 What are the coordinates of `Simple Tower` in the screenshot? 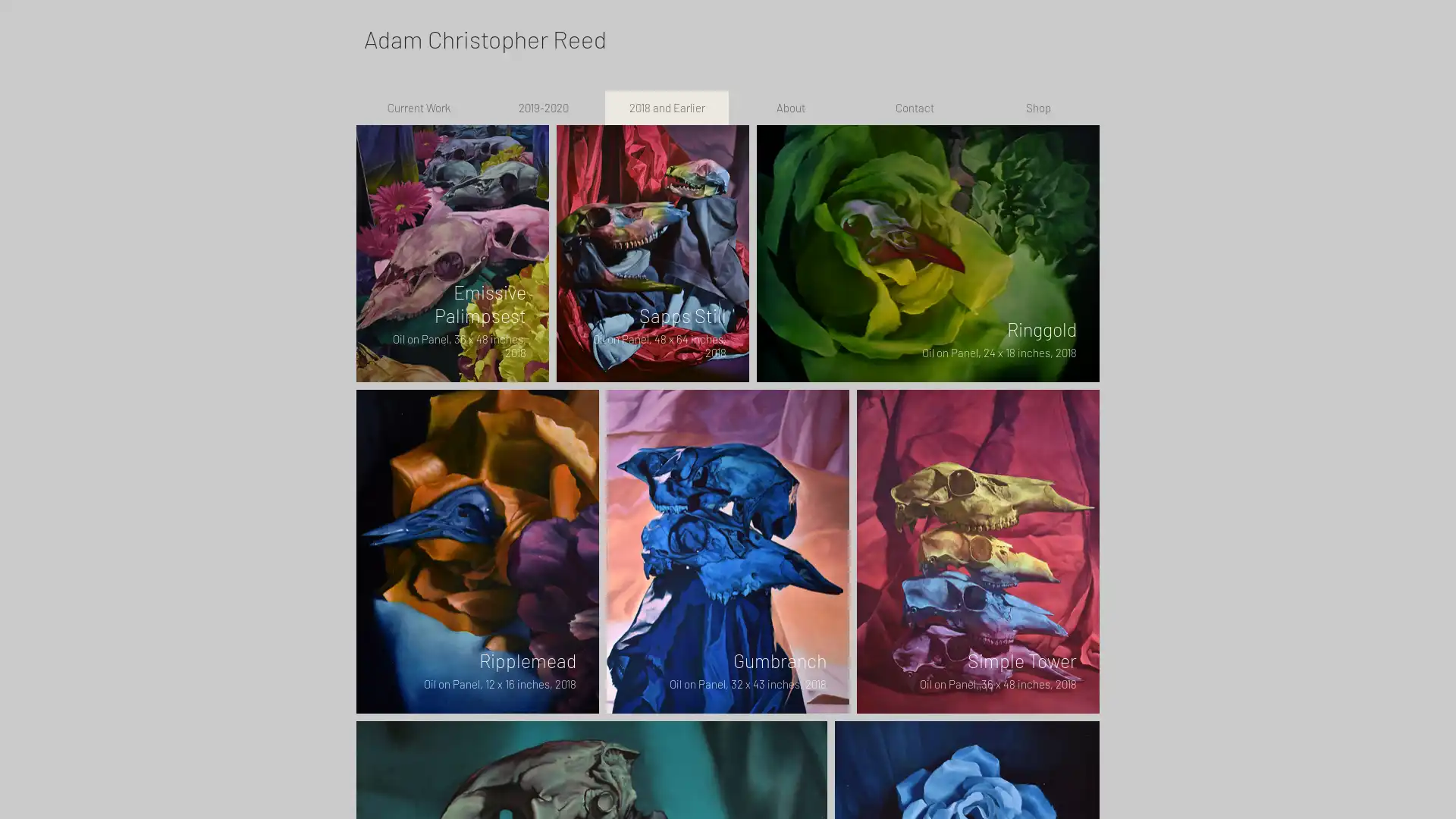 It's located at (978, 551).